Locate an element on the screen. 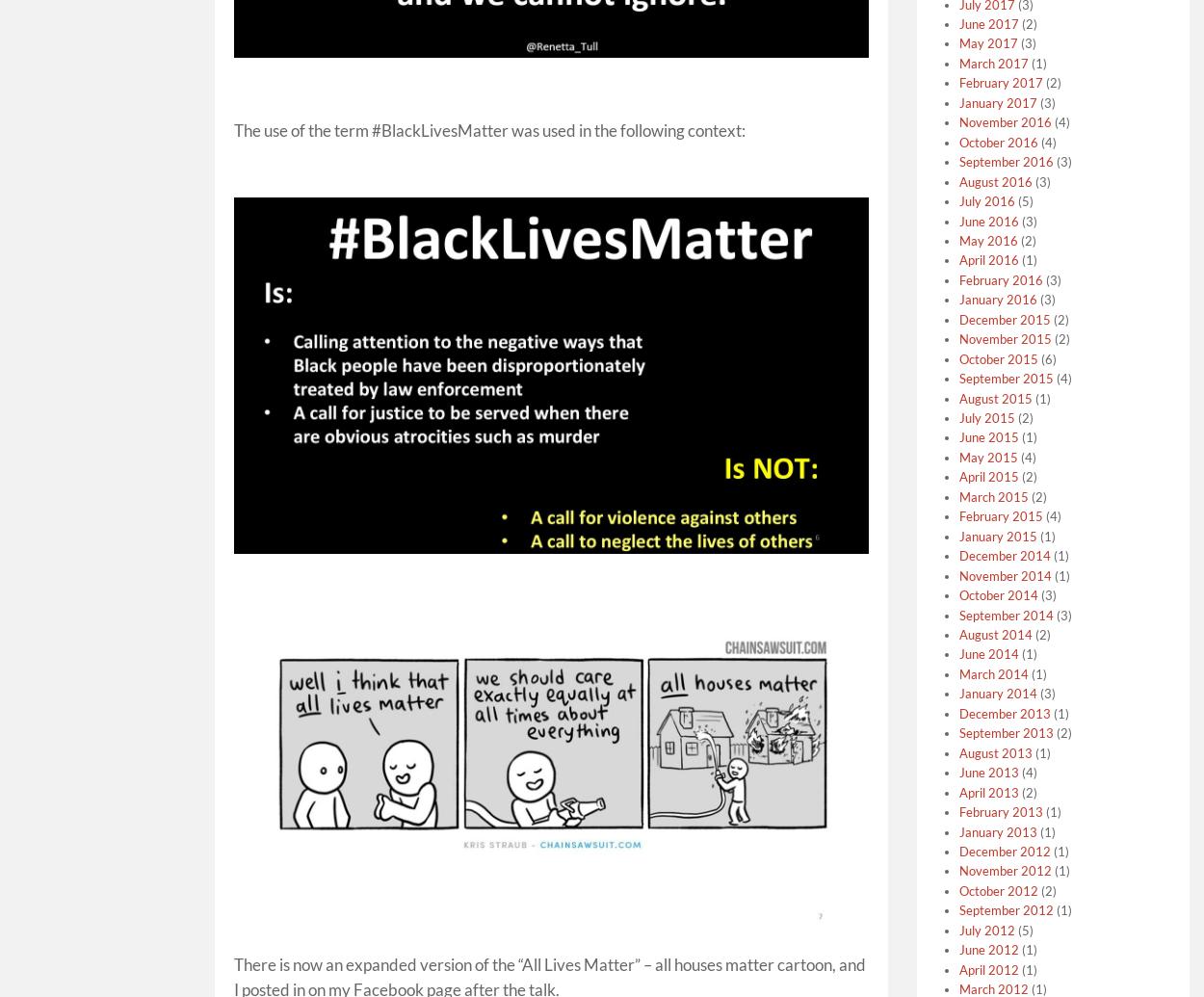  '(6)' is located at coordinates (1046, 357).